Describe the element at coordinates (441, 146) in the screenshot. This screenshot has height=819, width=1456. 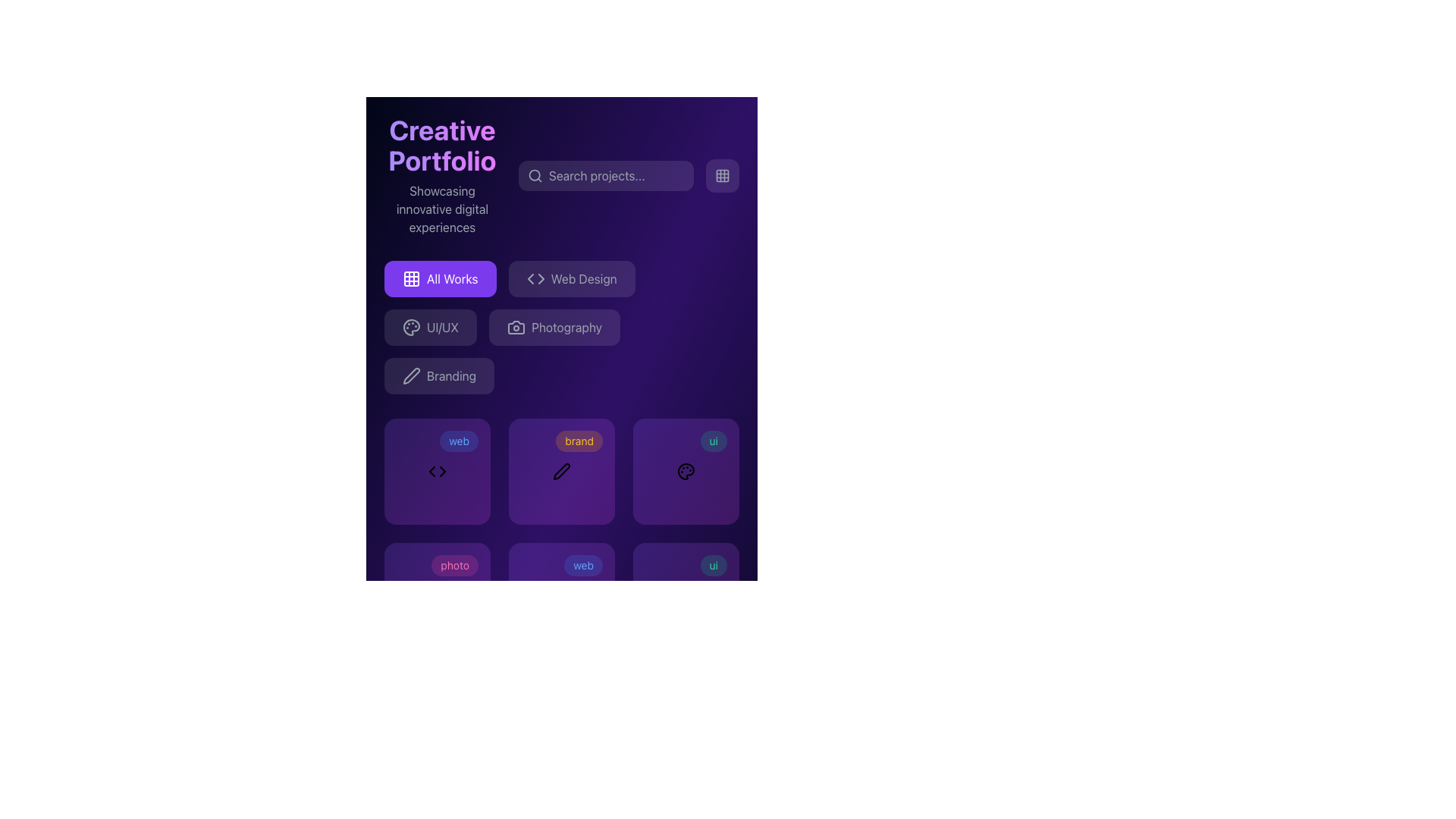
I see `the header title text label that identifies the main theme of the interface related` at that location.